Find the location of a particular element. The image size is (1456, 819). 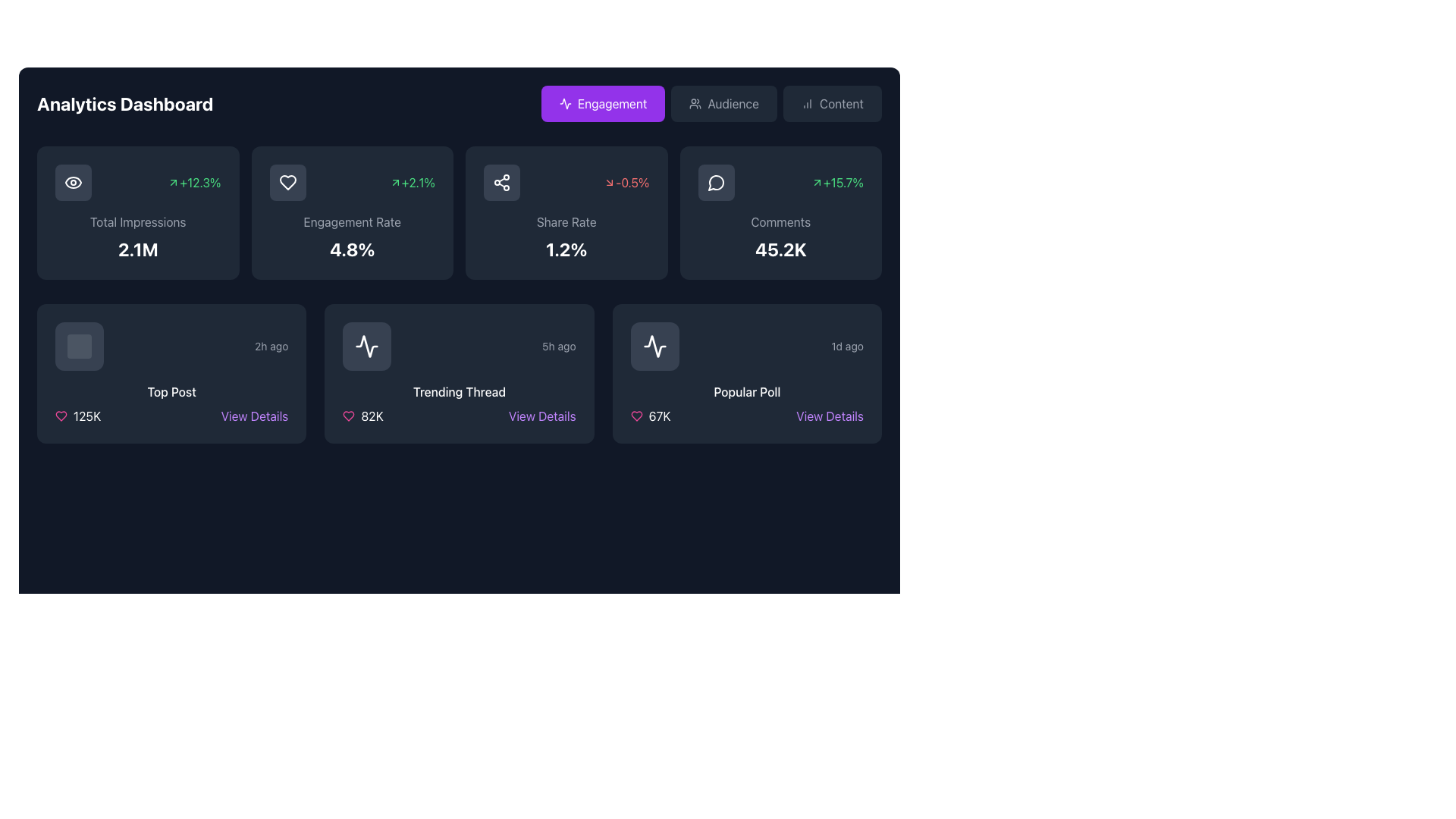

displayed number '67K' from the text label located in the bottom-right card labeled 'Popular Poll', which is adjacent to a pink heart icon is located at coordinates (660, 416).